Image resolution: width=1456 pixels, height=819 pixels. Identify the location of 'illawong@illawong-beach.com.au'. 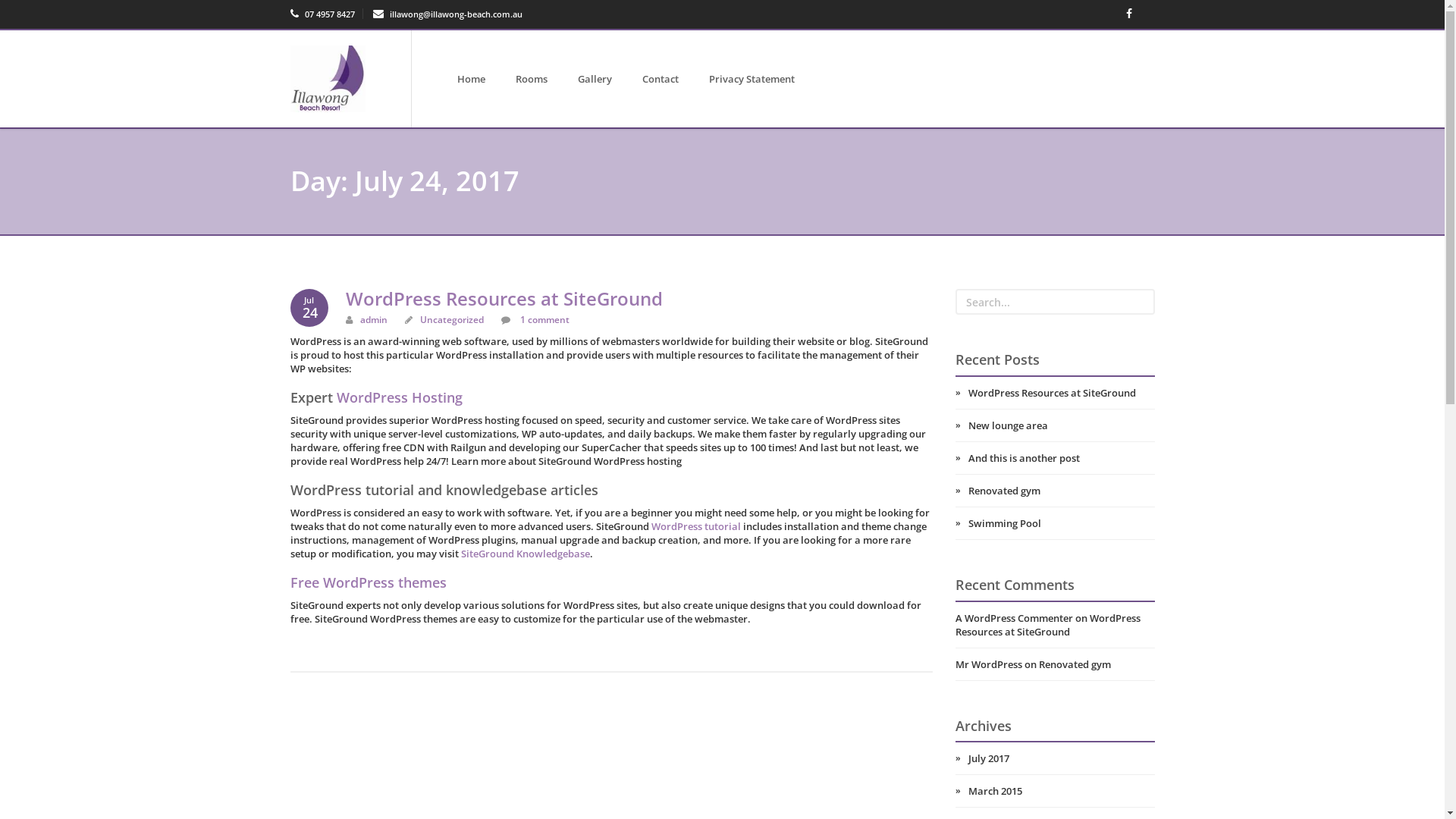
(447, 14).